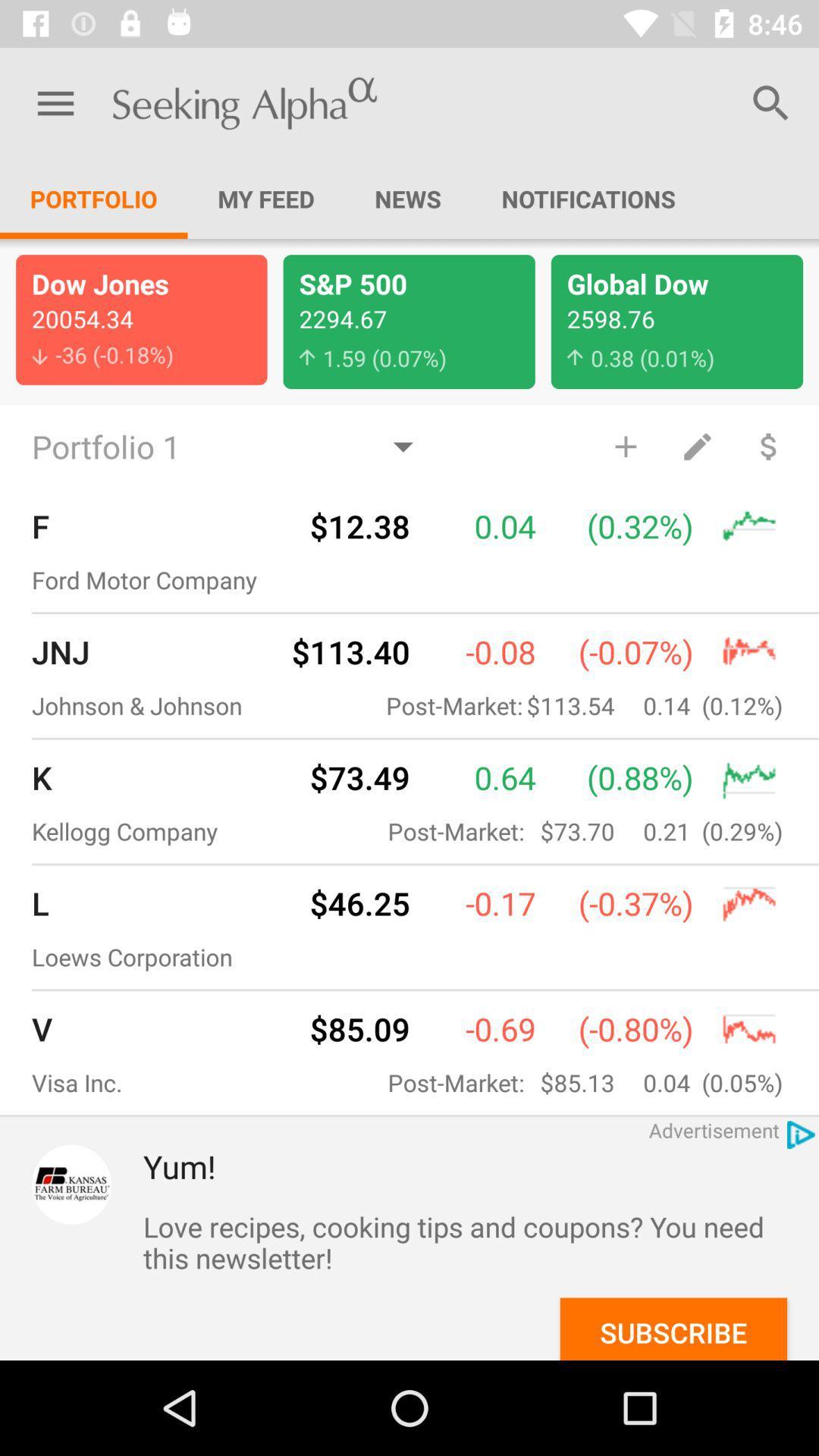  Describe the element at coordinates (71, 1184) in the screenshot. I see `the icon below visa inc.` at that location.